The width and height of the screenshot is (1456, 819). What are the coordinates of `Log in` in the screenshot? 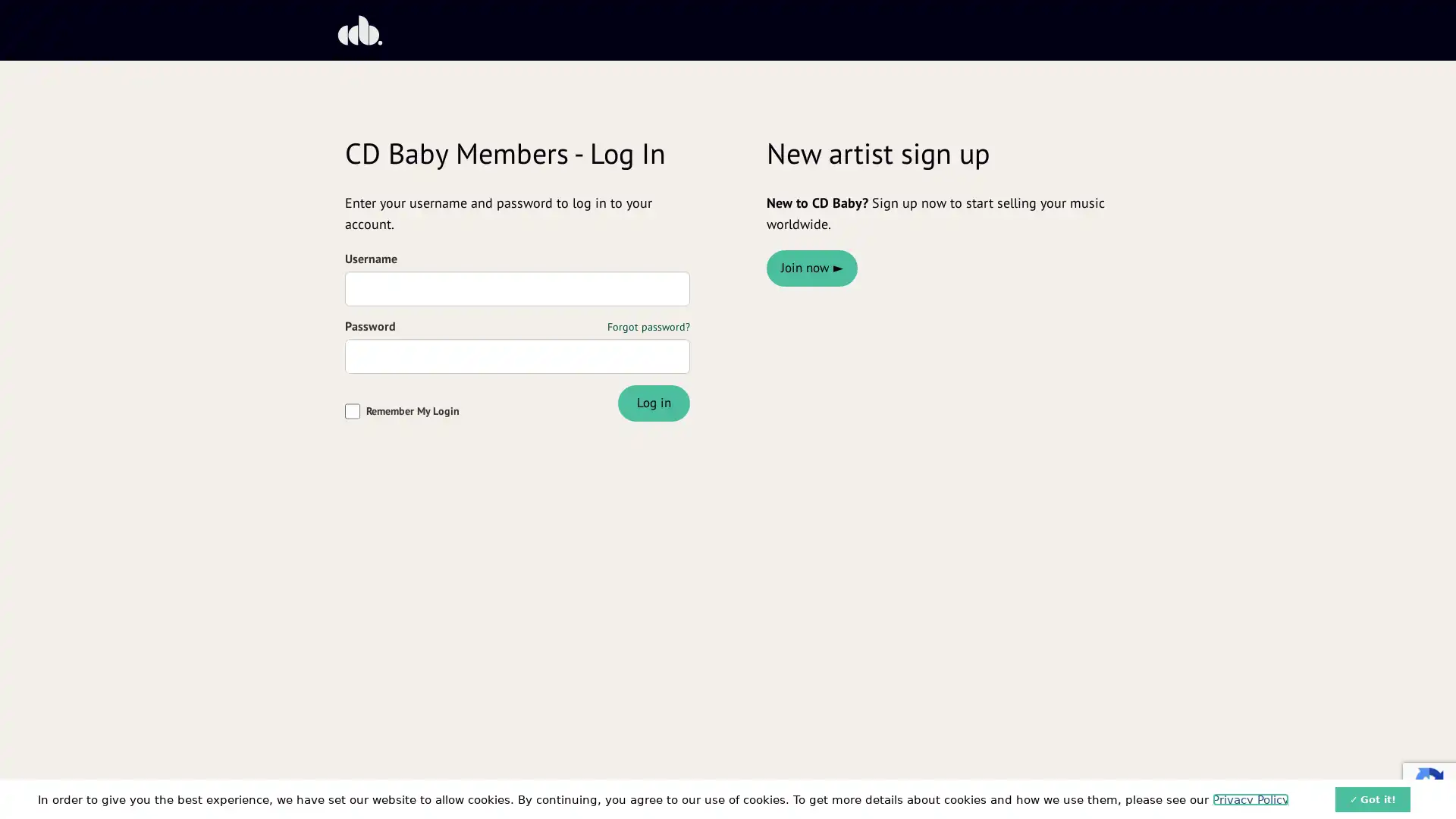 It's located at (653, 402).